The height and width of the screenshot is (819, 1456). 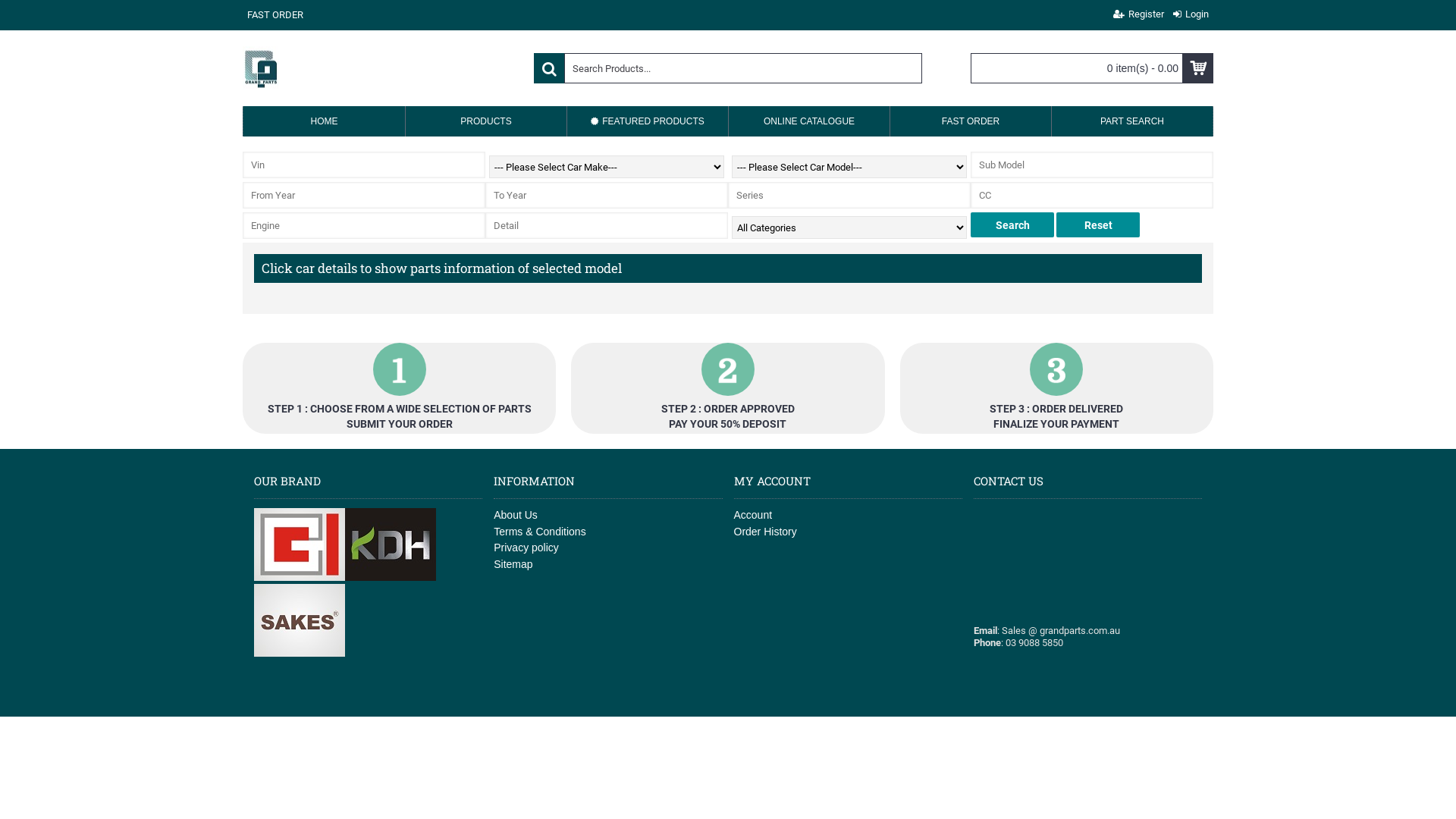 I want to click on '0 item(s) - 0.00', so click(x=1092, y=67).